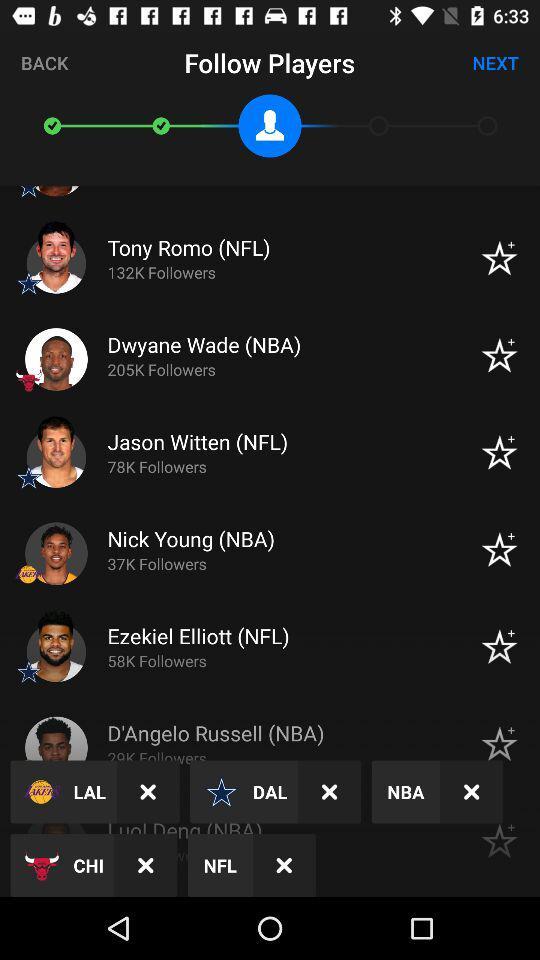  I want to click on next icon, so click(494, 62).